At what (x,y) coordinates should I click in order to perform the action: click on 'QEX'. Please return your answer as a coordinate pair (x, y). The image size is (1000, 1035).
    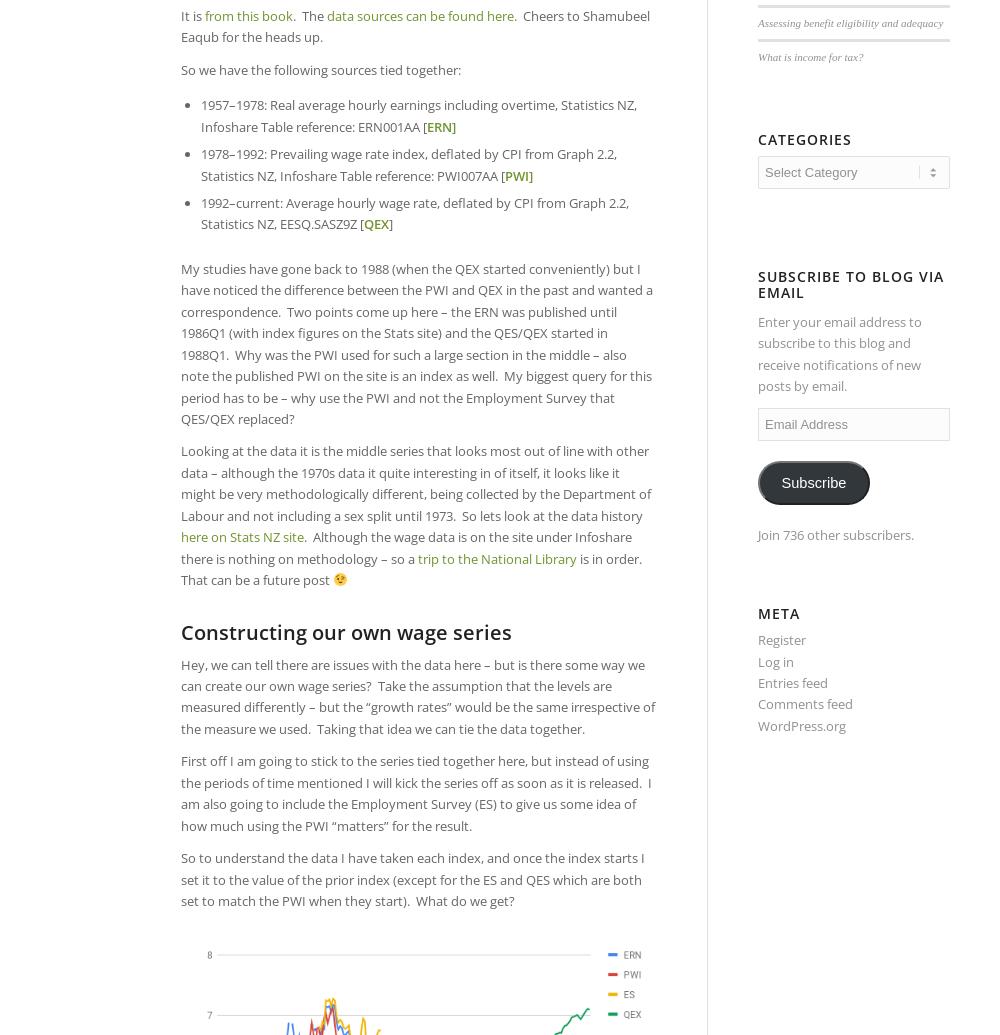
    Looking at the image, I should click on (376, 223).